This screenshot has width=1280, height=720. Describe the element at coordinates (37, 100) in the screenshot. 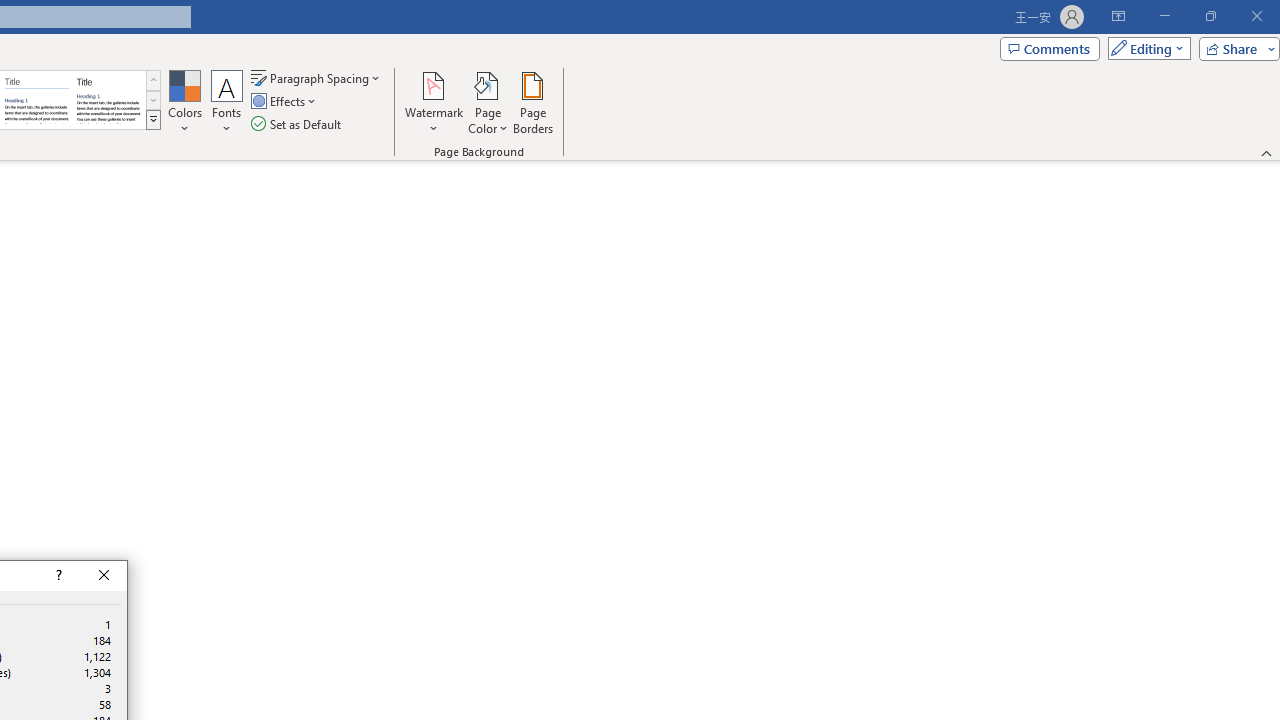

I see `'Word 2010'` at that location.